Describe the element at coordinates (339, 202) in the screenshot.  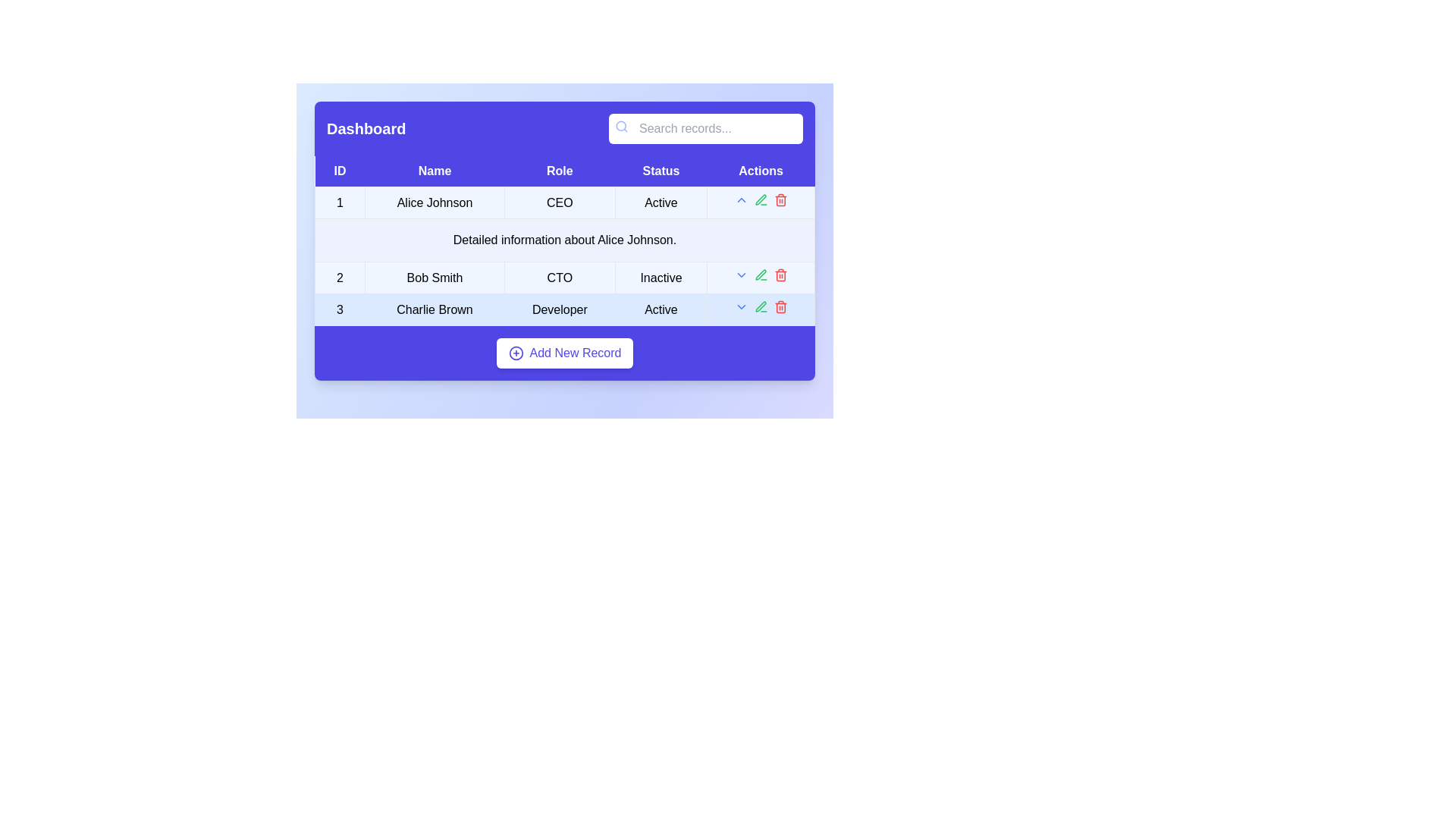
I see `the number '1' displayed in black color within the first column of a table` at that location.